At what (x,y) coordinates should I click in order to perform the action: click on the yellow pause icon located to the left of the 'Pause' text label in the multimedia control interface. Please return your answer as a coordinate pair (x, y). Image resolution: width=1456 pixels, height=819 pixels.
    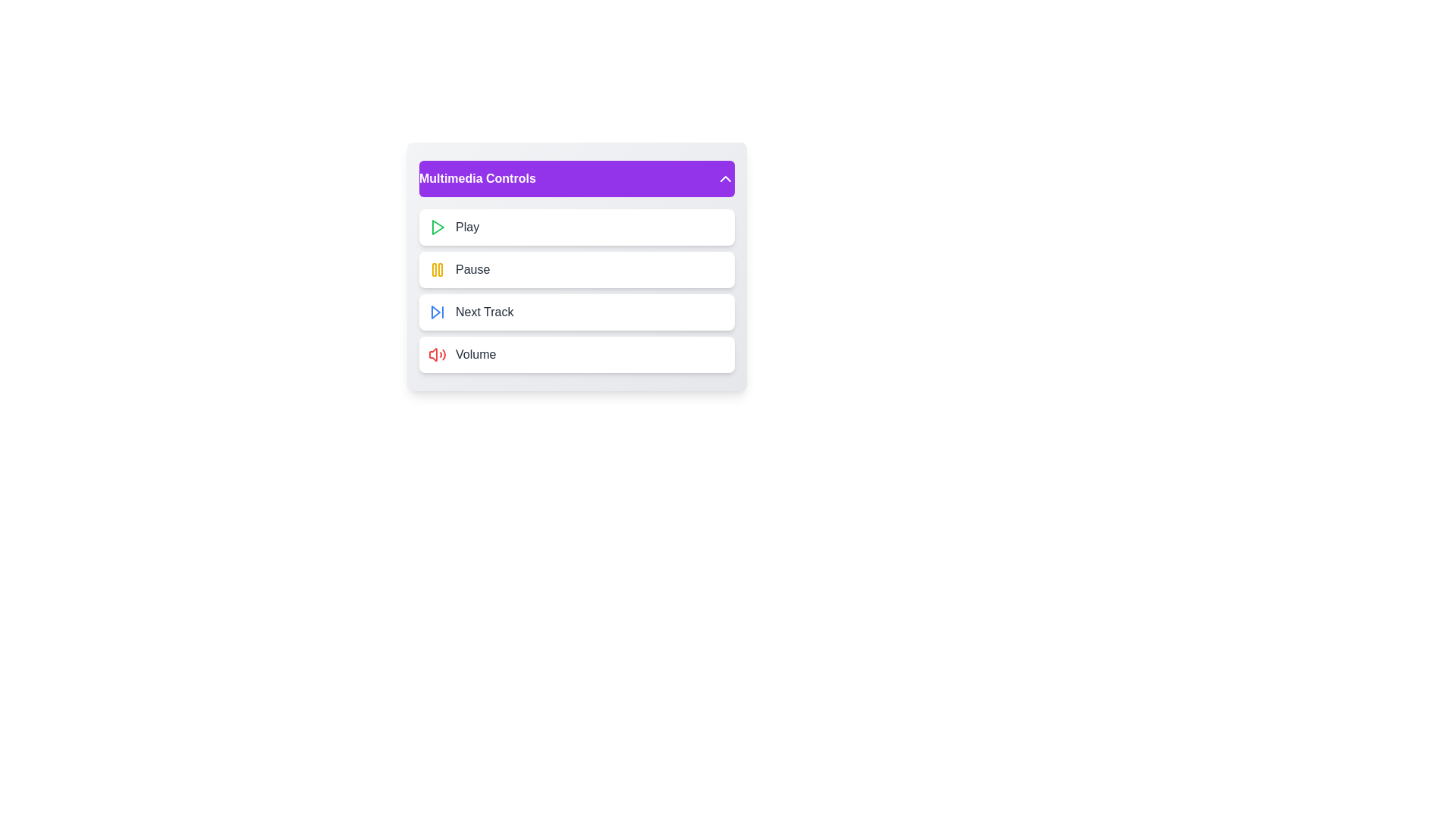
    Looking at the image, I should click on (436, 268).